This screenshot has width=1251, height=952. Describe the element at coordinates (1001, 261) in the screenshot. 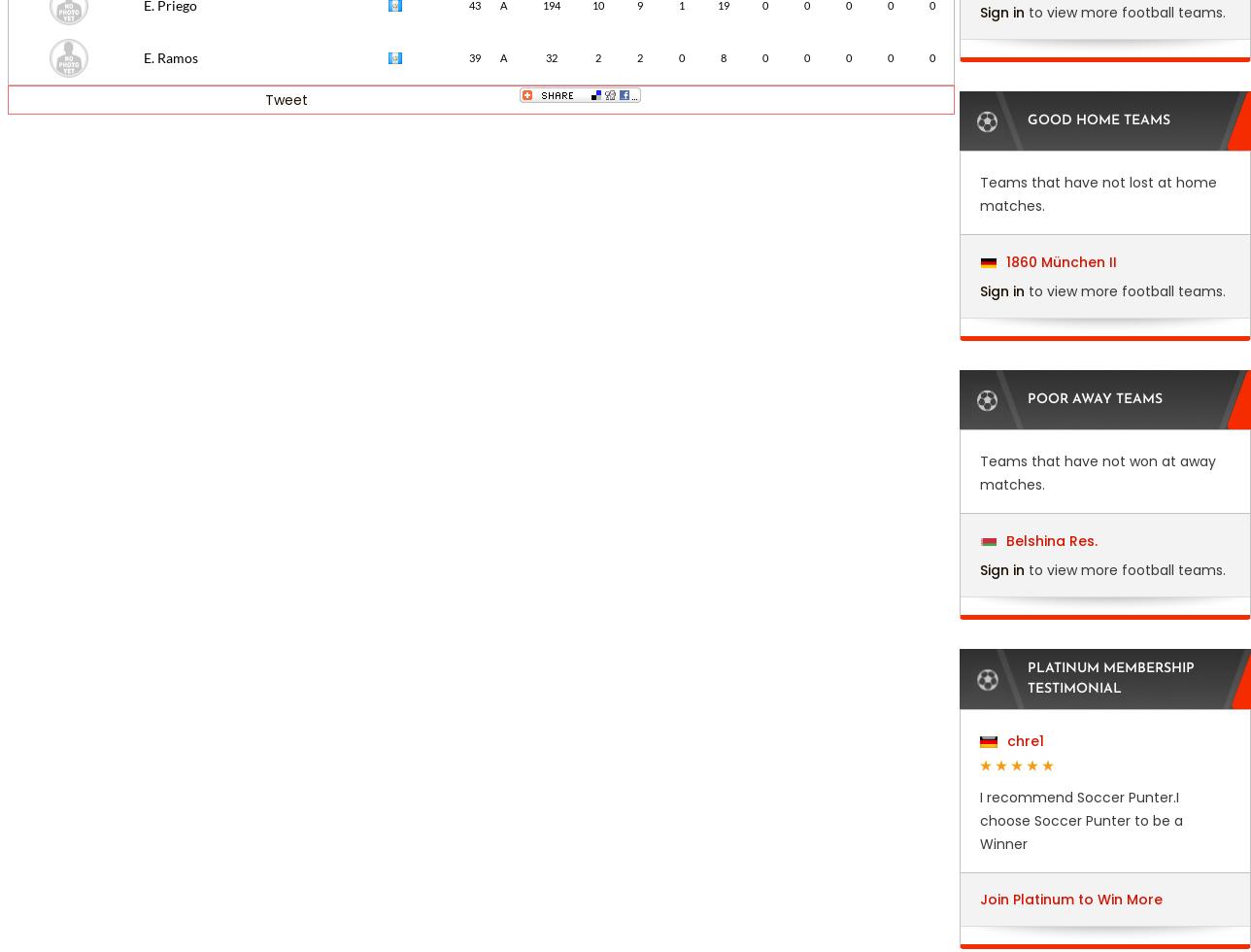

I see `'1860 München II'` at that location.